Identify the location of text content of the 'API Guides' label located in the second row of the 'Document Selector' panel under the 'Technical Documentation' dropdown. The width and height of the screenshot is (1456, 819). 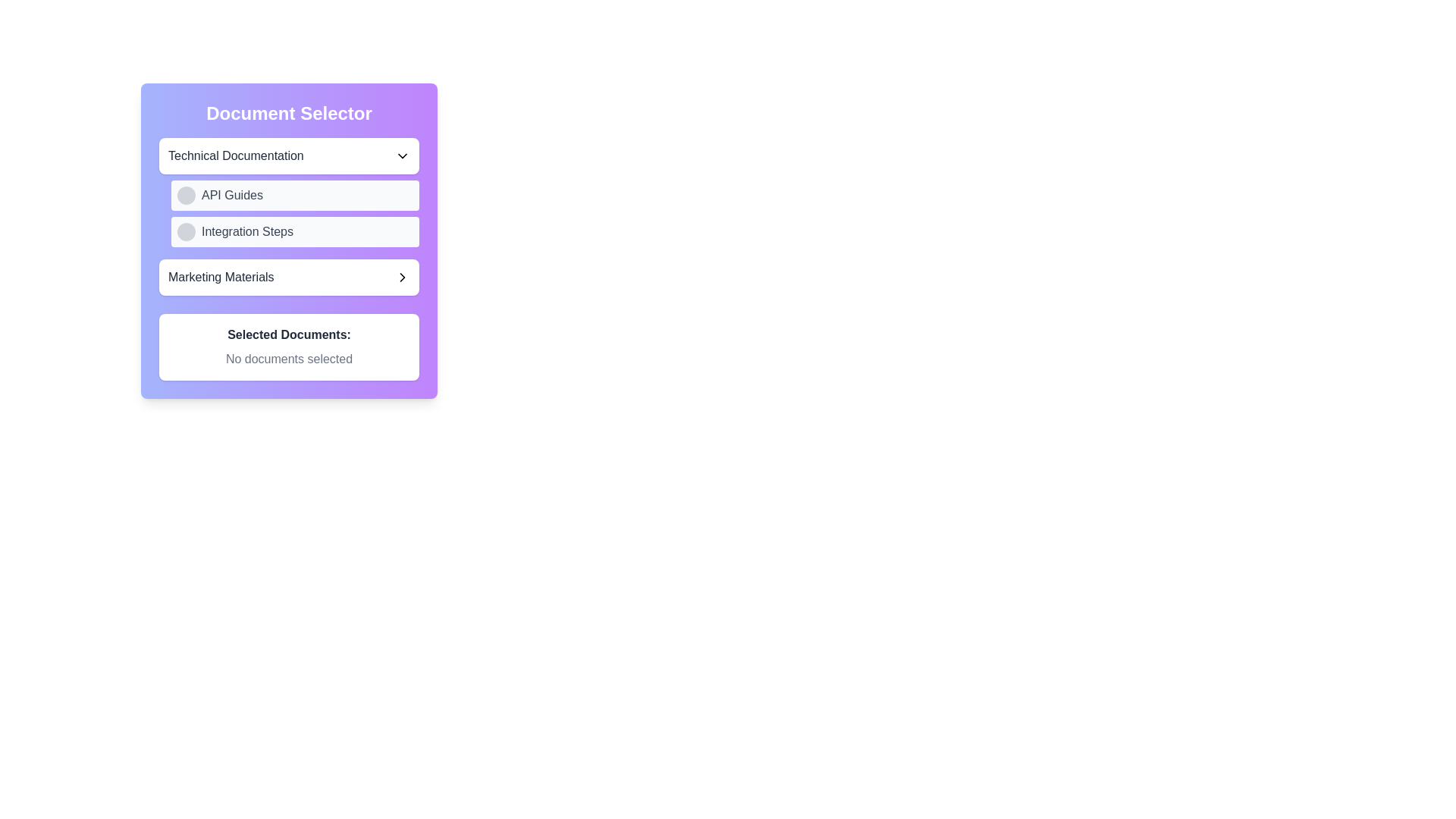
(231, 195).